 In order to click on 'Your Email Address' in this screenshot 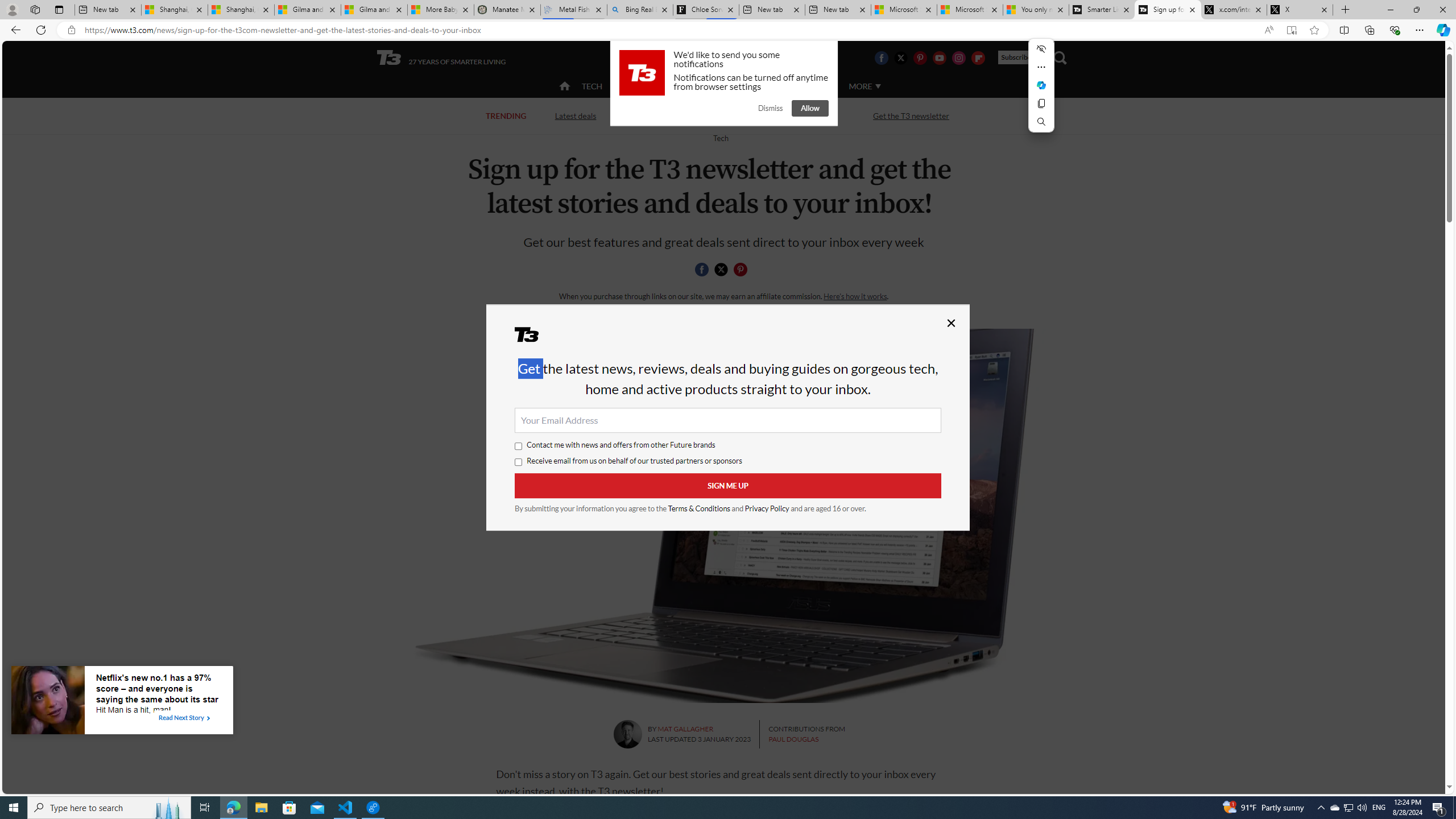, I will do `click(728, 420)`.